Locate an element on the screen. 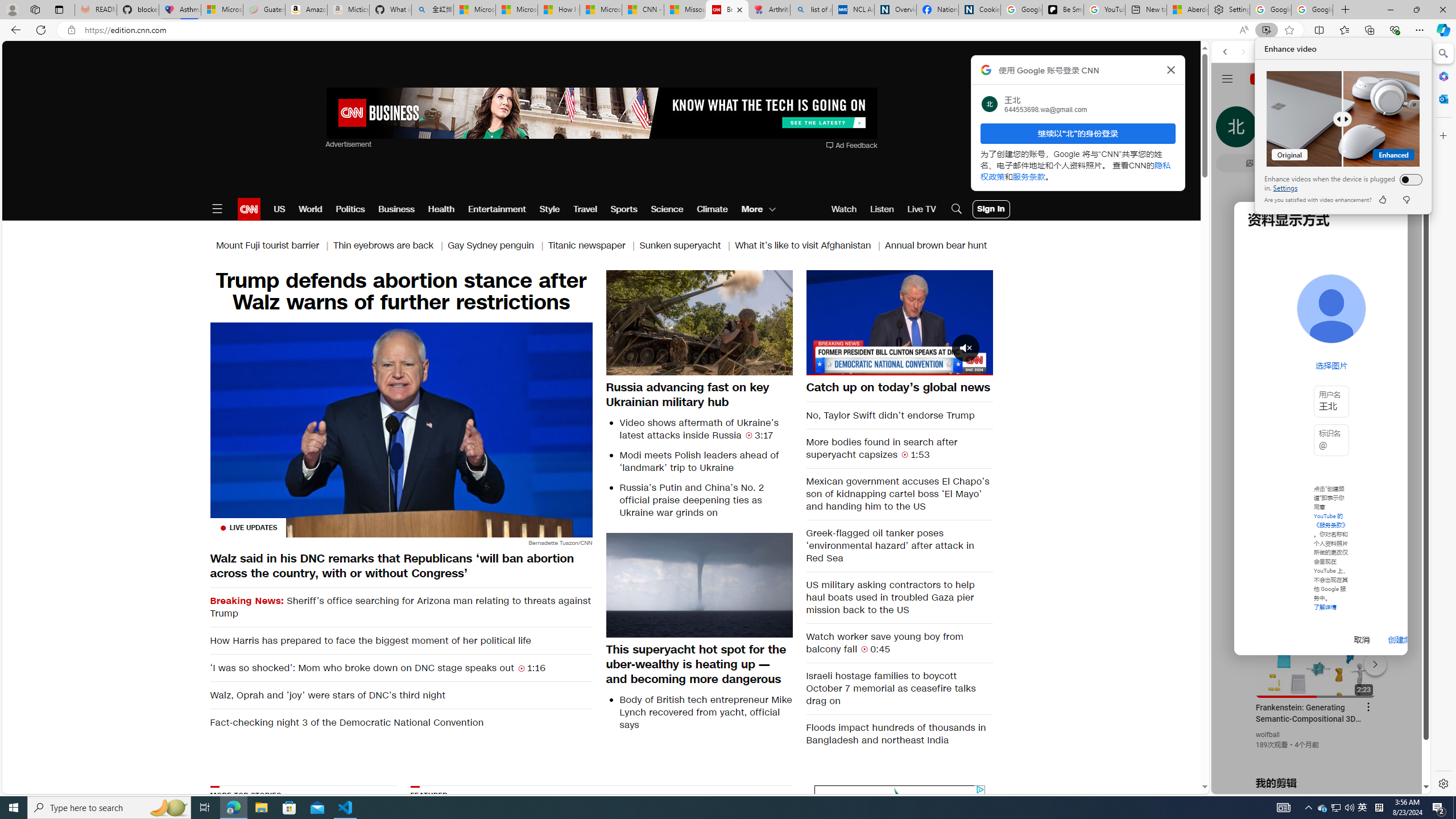 Image resolution: width=1456 pixels, height=819 pixels. 'Task View' is located at coordinates (204, 806).